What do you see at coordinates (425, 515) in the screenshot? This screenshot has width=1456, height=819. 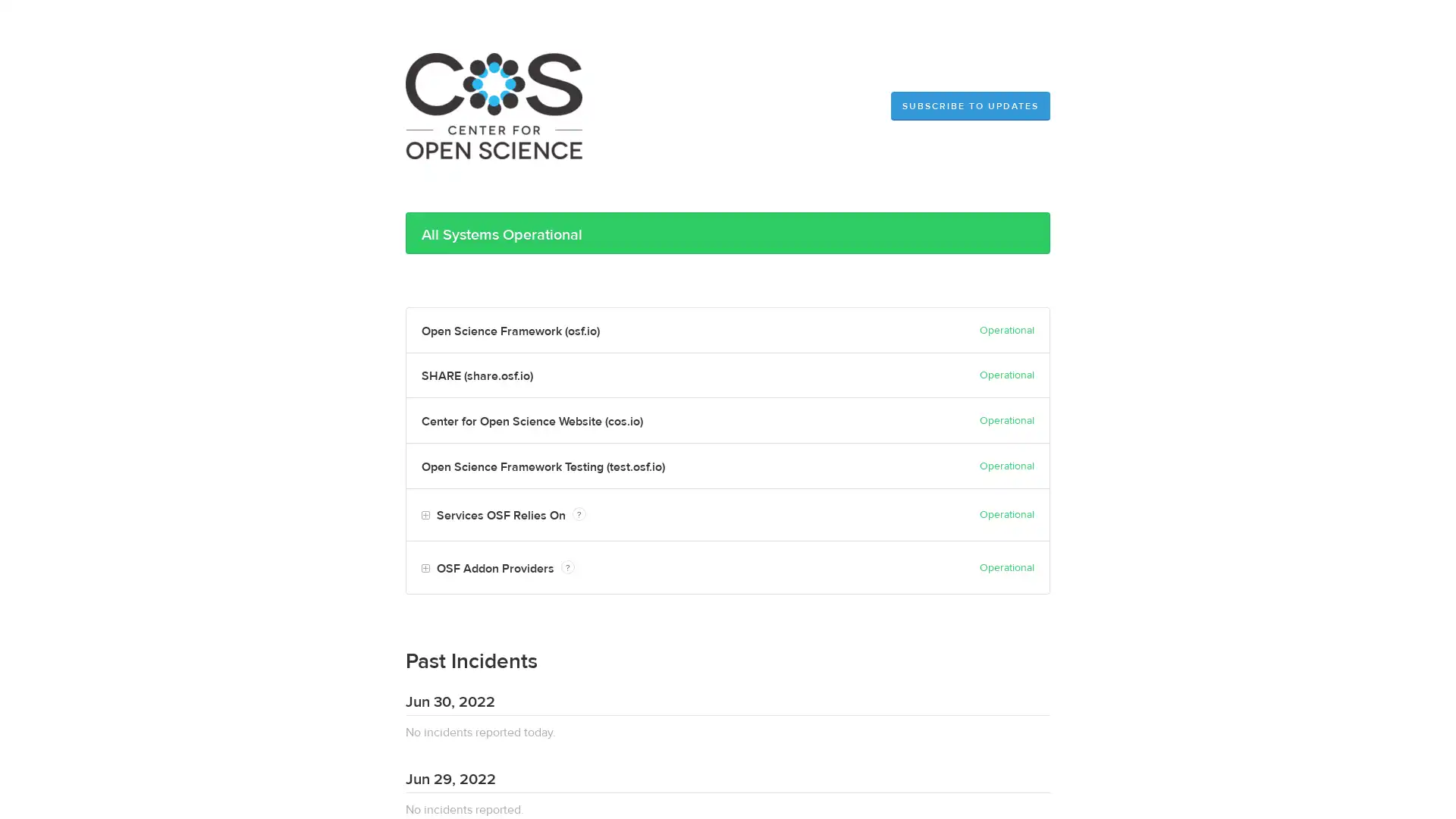 I see `Toggle Services OSF Relies On` at bounding box center [425, 515].